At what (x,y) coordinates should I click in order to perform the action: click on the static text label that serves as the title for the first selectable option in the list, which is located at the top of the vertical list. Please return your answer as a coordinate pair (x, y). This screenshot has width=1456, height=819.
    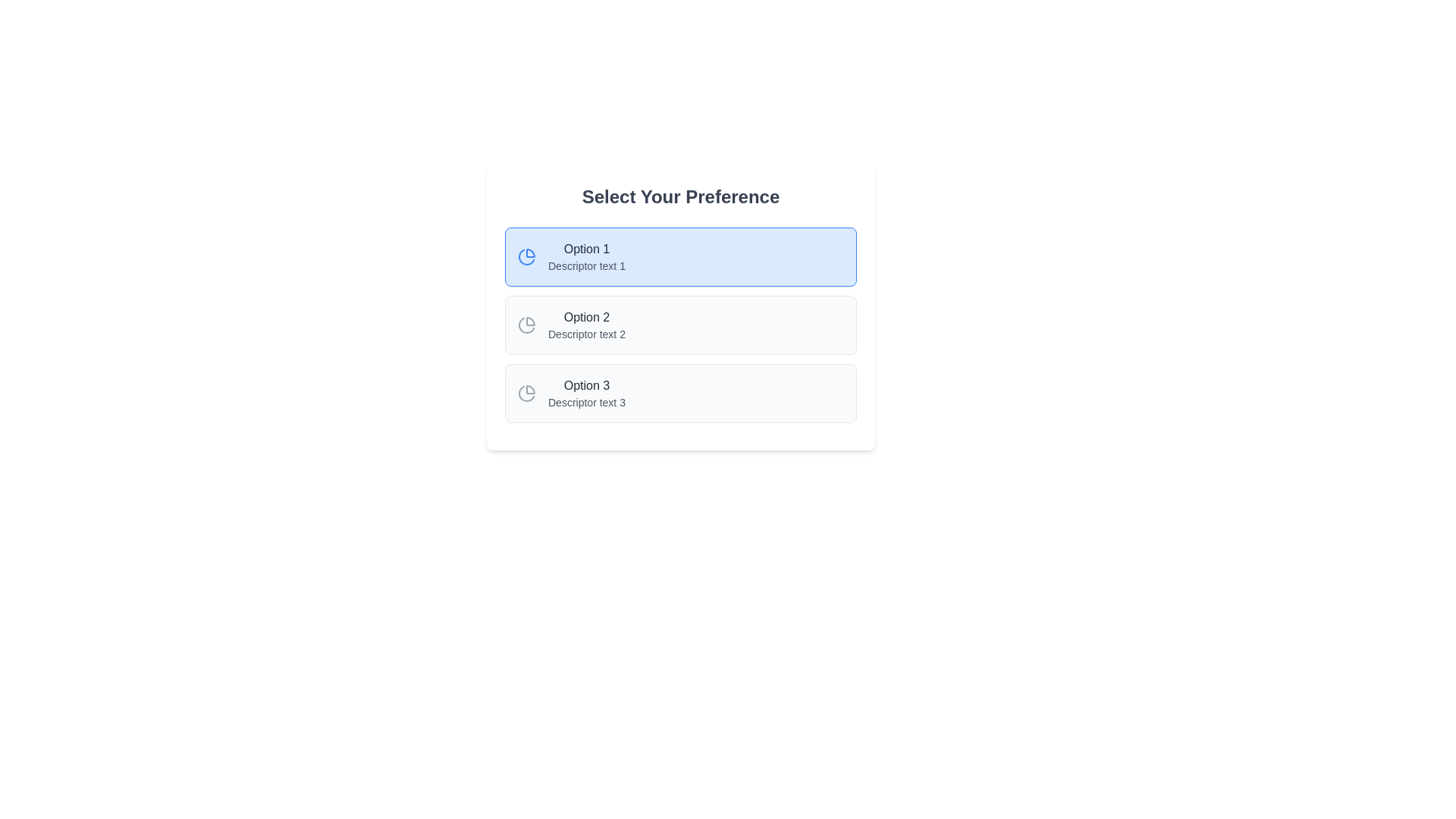
    Looking at the image, I should click on (585, 248).